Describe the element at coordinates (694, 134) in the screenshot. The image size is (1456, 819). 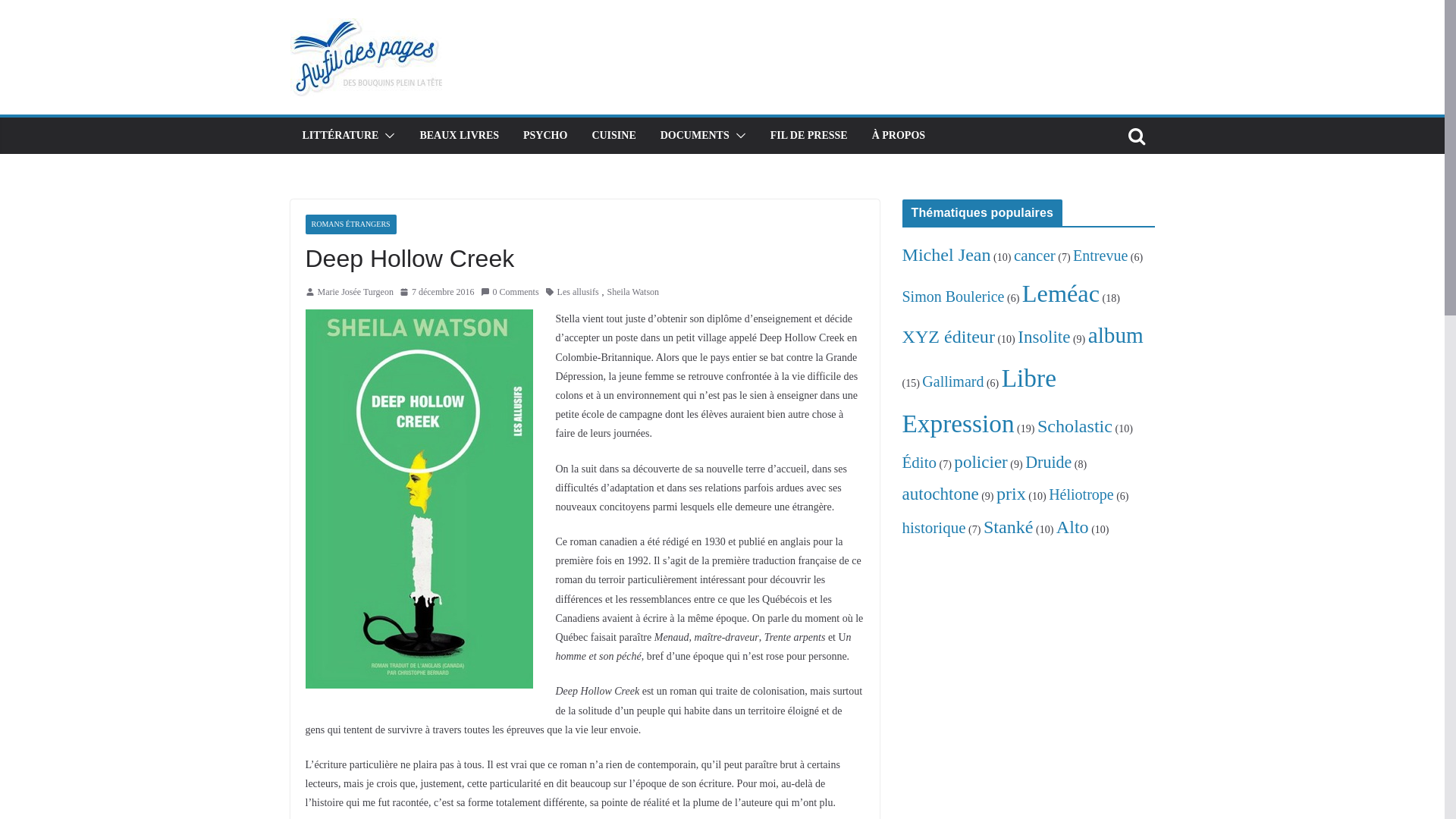
I see `'DOCUMENTS'` at that location.